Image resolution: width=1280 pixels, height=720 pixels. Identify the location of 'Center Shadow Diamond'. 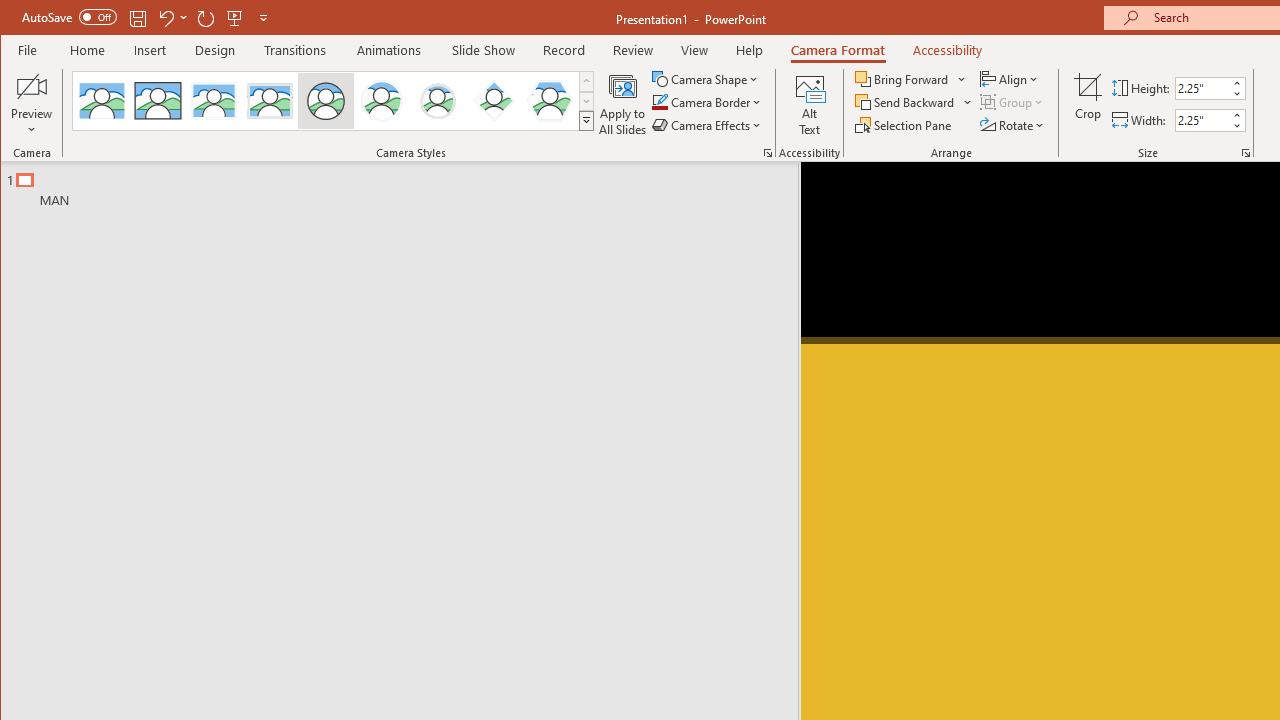
(494, 100).